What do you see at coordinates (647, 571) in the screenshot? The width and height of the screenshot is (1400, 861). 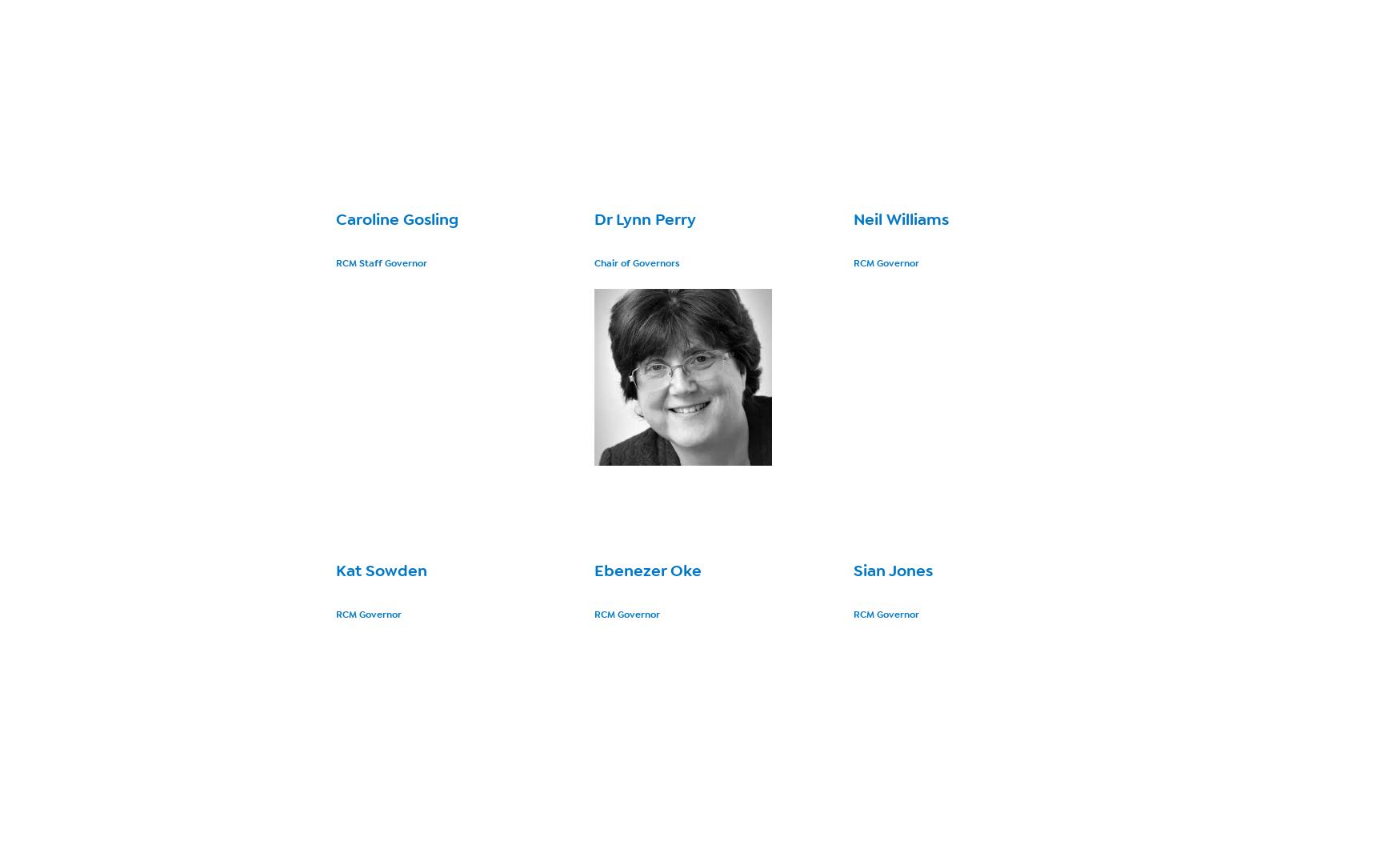 I see `'Ebenezer Oke'` at bounding box center [647, 571].